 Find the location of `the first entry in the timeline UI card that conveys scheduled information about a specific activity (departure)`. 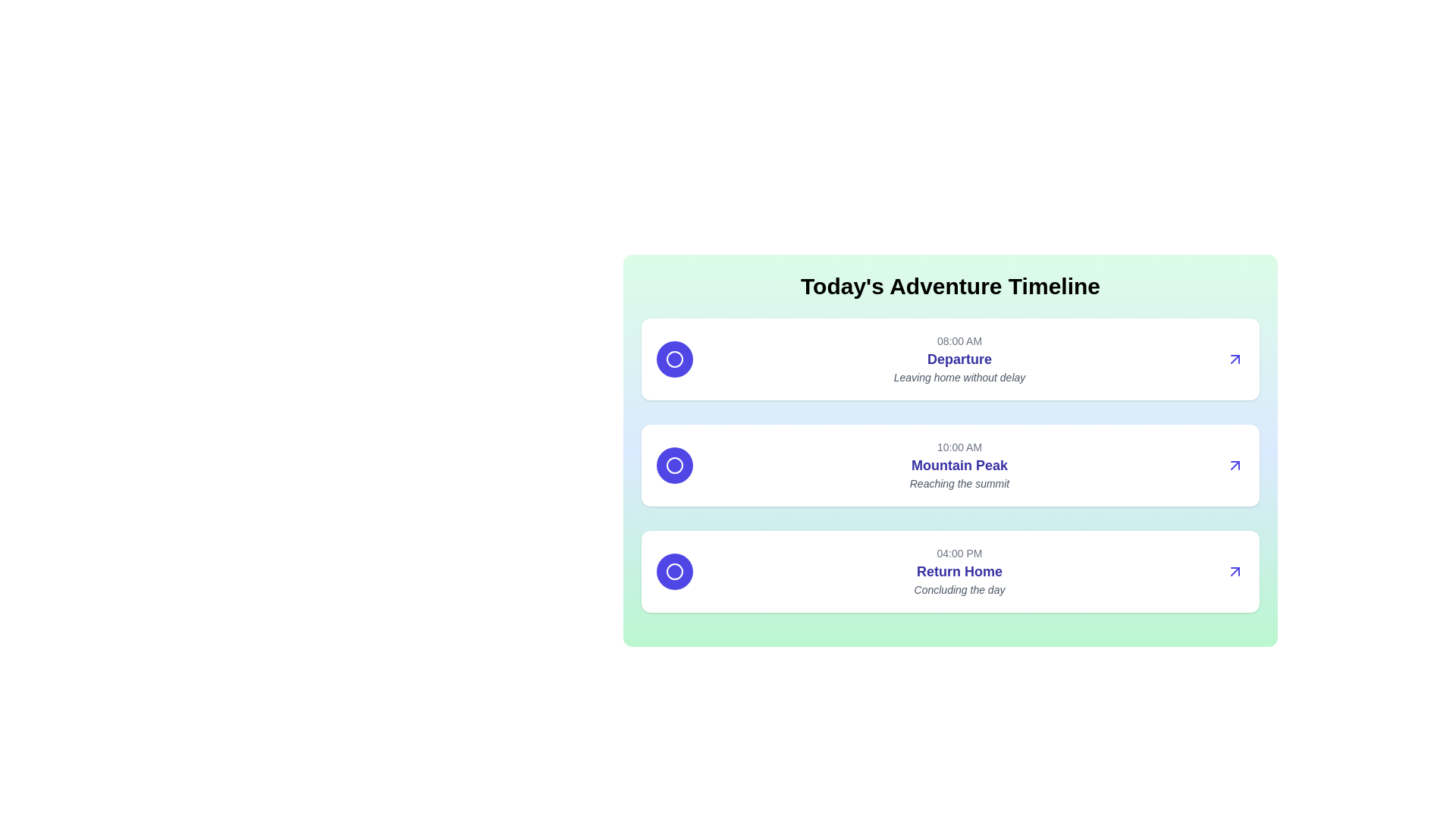

the first entry in the timeline UI card that conveys scheduled information about a specific activity (departure) is located at coordinates (959, 359).